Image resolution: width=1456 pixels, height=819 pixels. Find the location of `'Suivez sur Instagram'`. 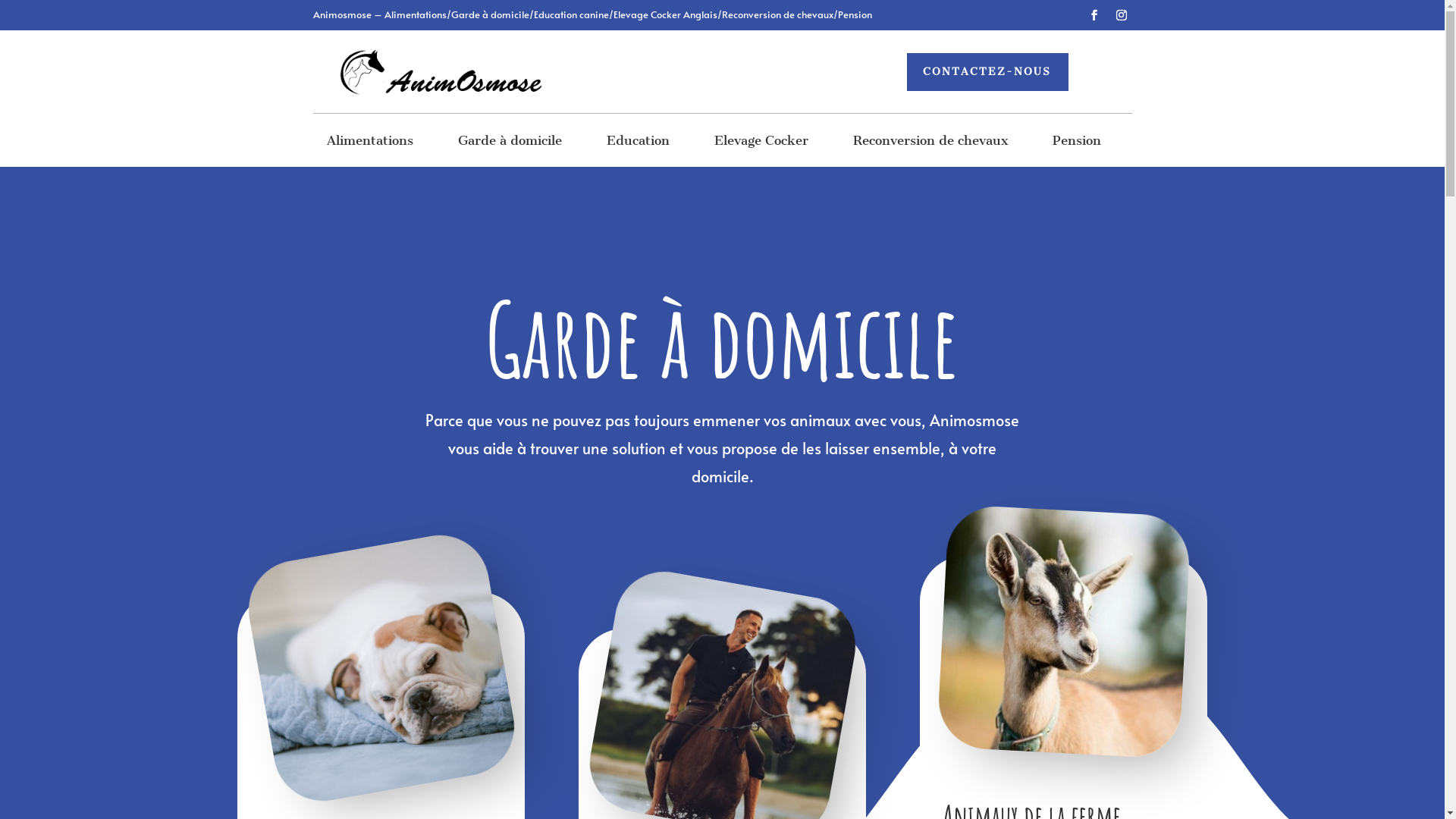

'Suivez sur Instagram' is located at coordinates (1121, 14).